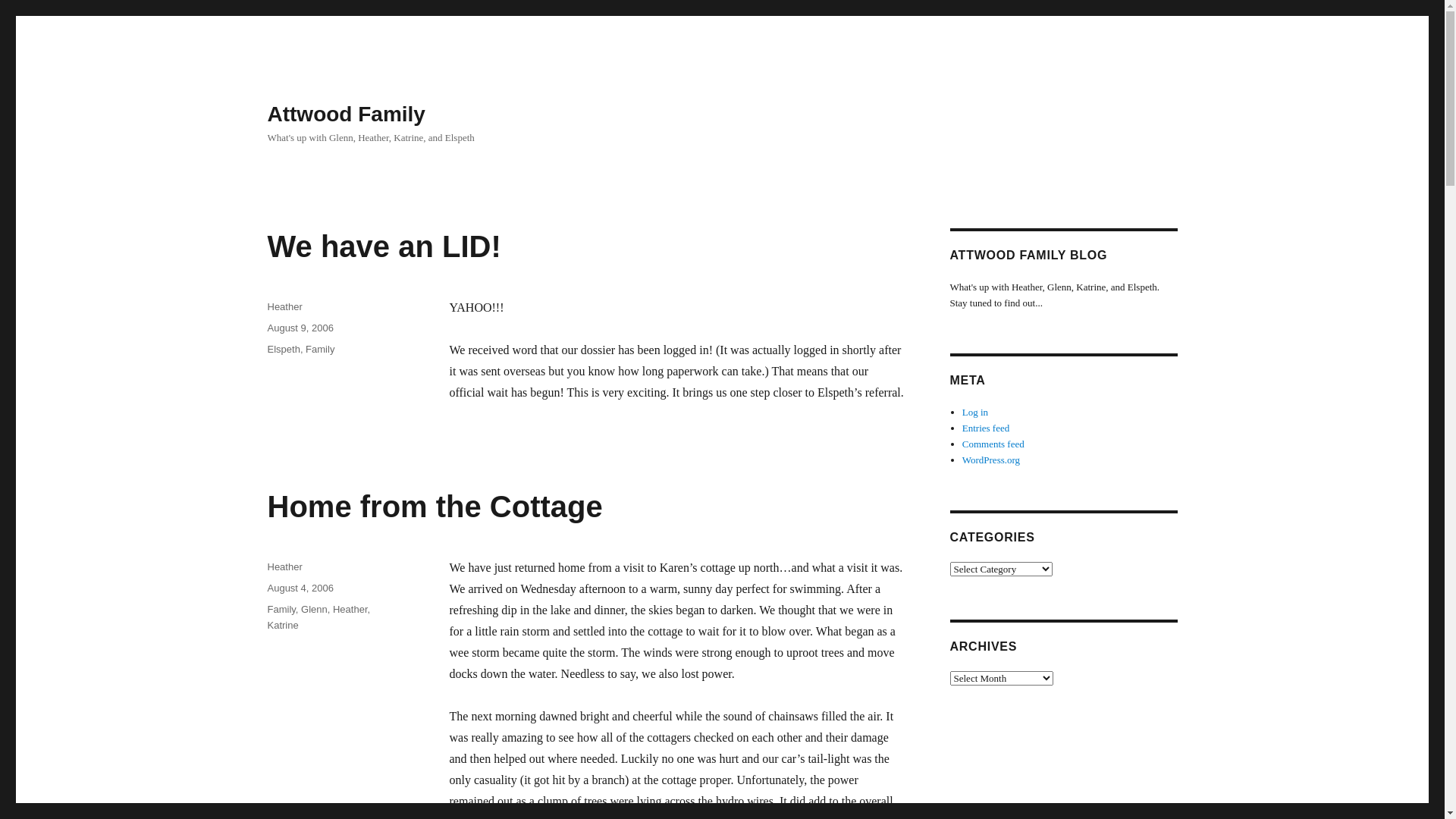 Image resolution: width=1456 pixels, height=819 pixels. Describe the element at coordinates (433, 506) in the screenshot. I see `'Home from the Cottage'` at that location.